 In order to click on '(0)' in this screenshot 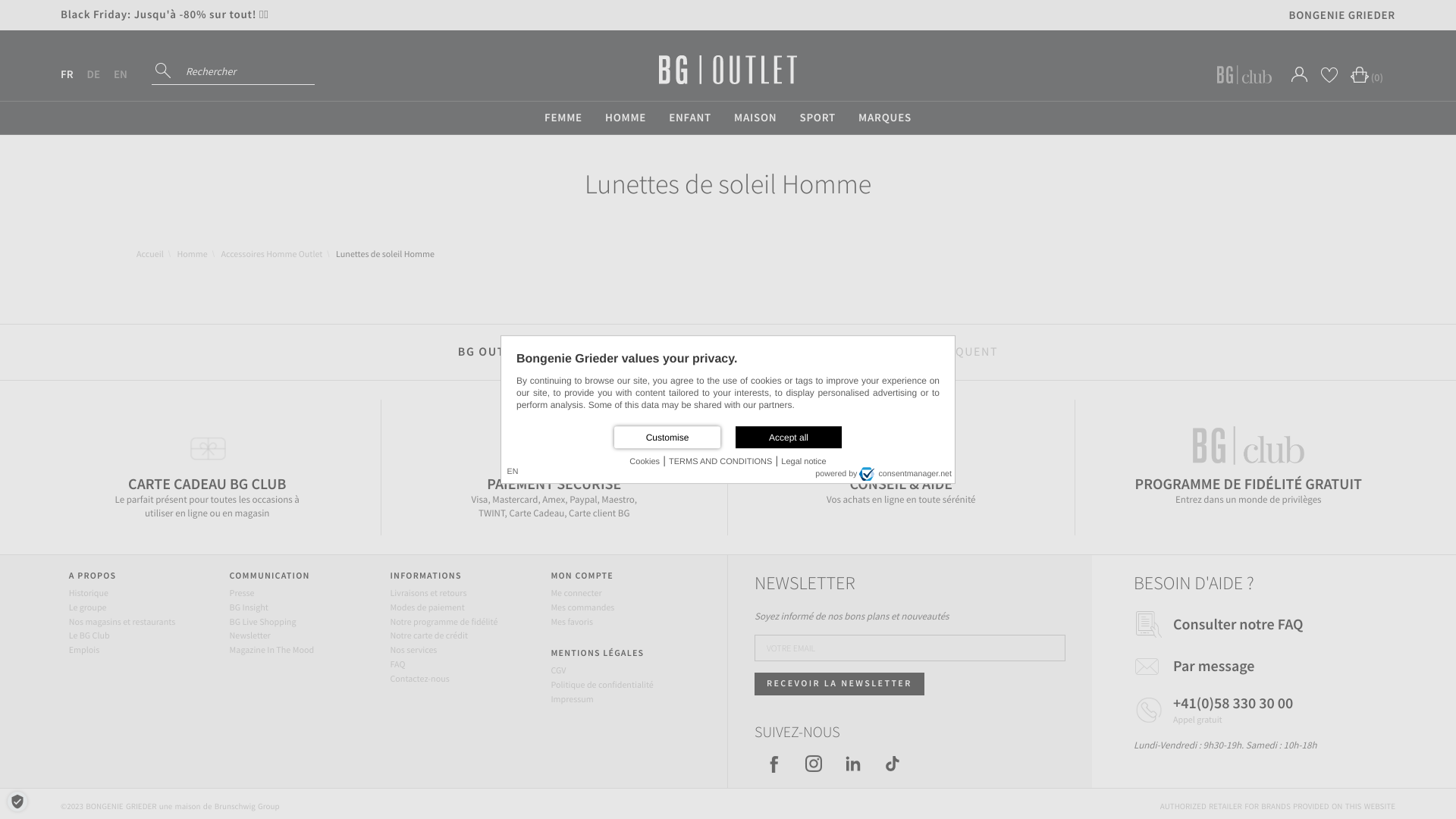, I will do `click(1363, 74)`.